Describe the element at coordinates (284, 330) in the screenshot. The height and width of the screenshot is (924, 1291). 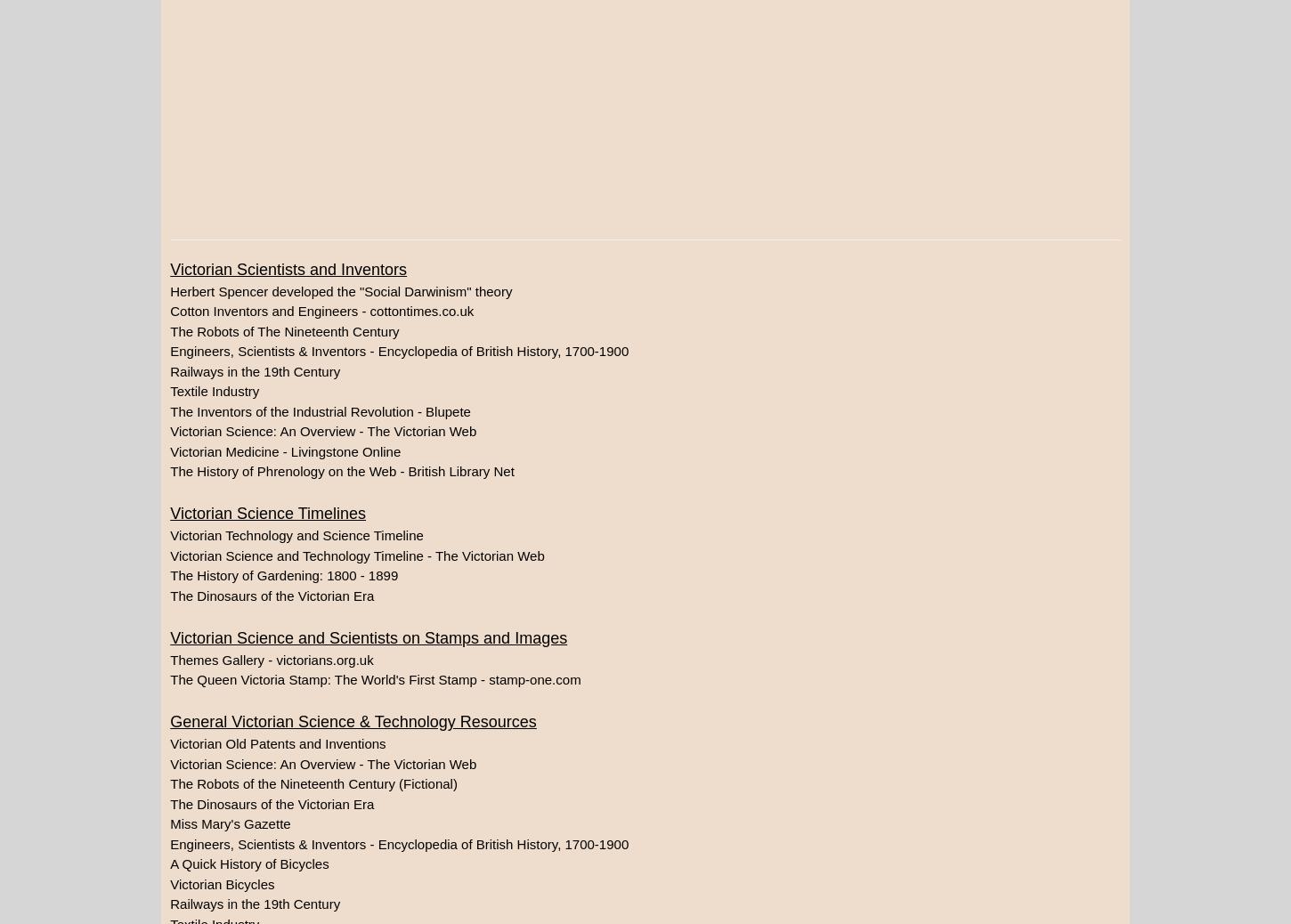
I see `'The Robots of The Nineteenth Century'` at that location.